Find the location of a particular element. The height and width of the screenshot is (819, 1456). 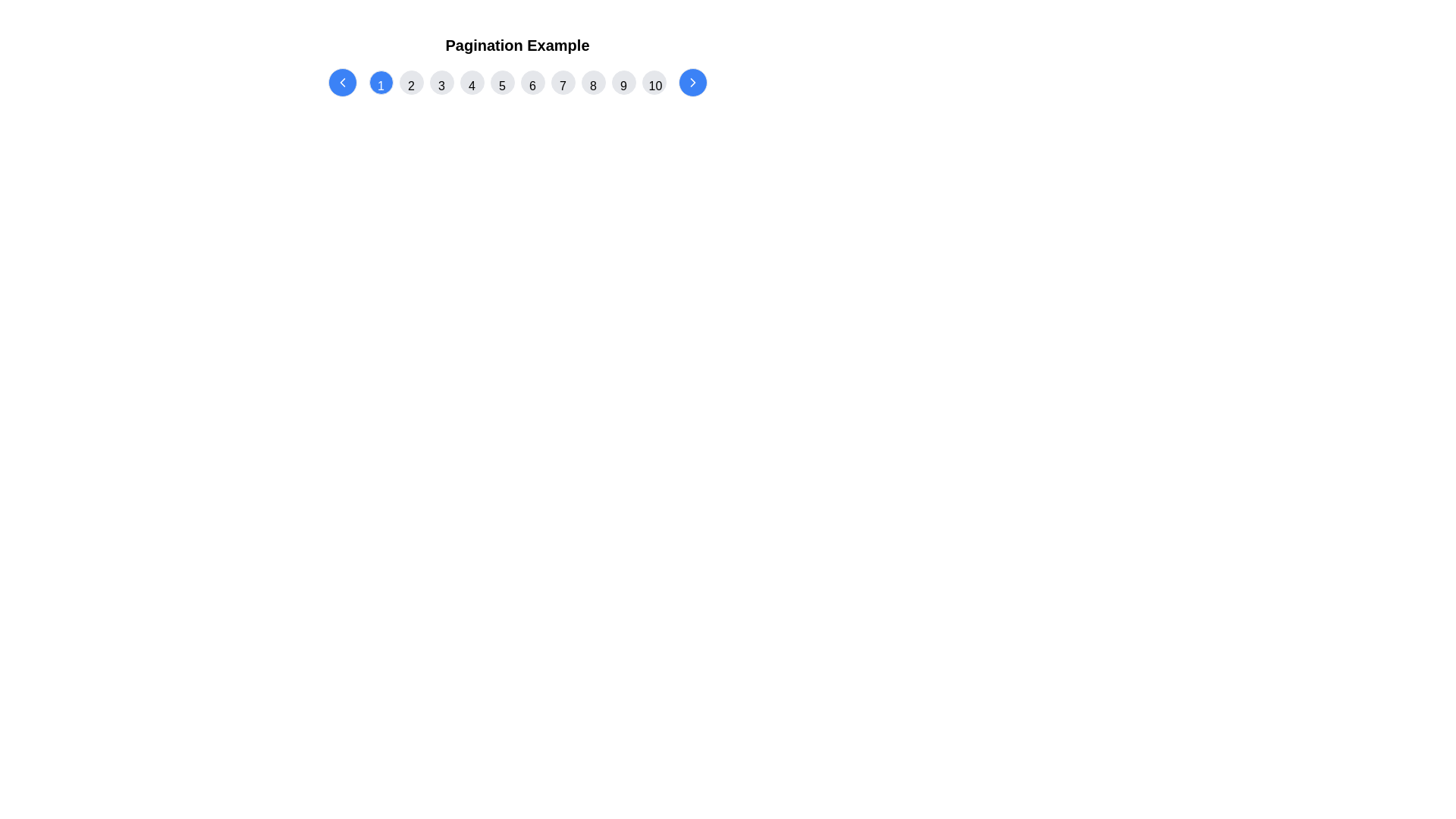

the seventh pagination button is located at coordinates (562, 82).